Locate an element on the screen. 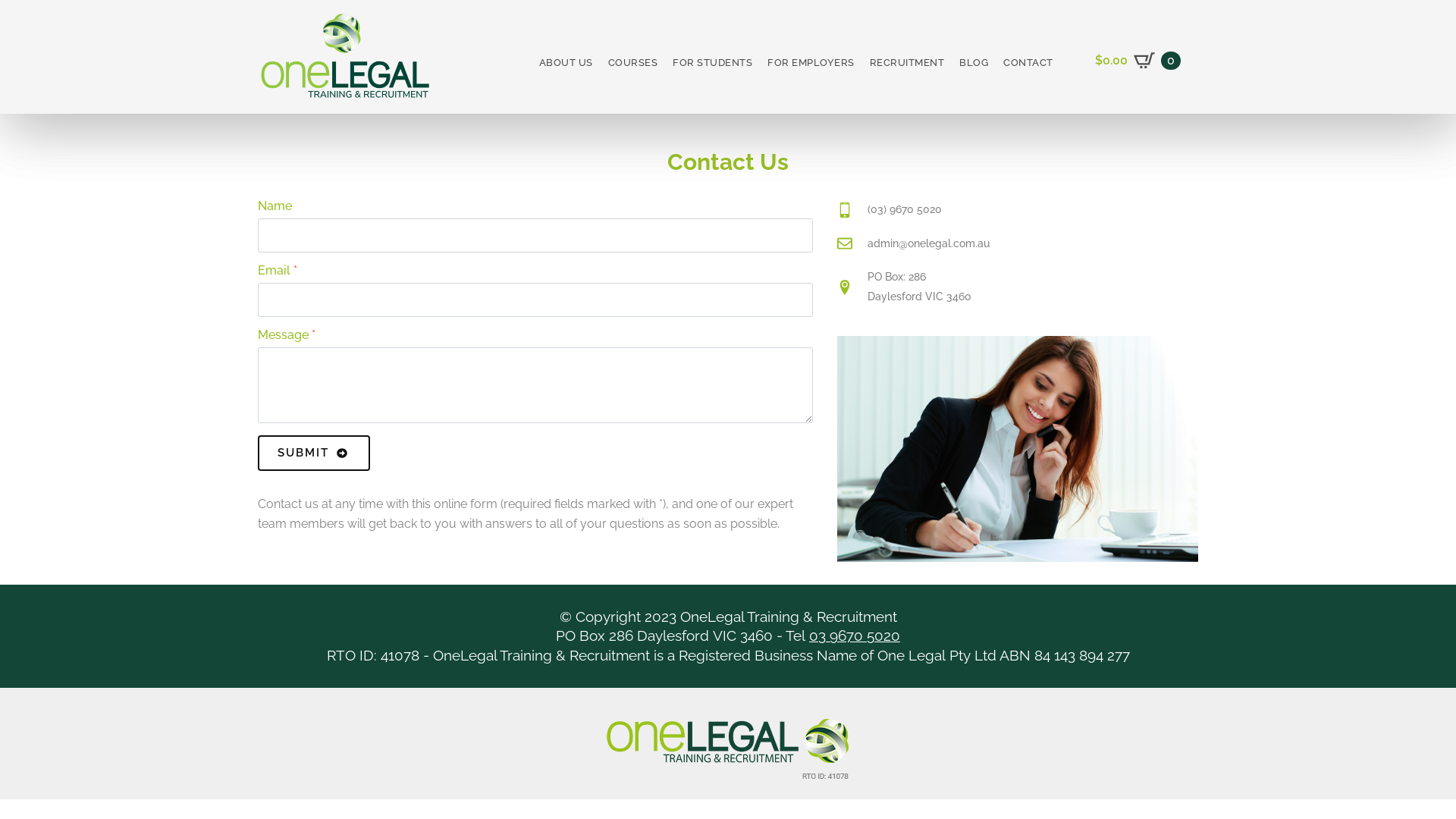 This screenshot has height=819, width=1456. 'RECRUITMENT' is located at coordinates (862, 61).